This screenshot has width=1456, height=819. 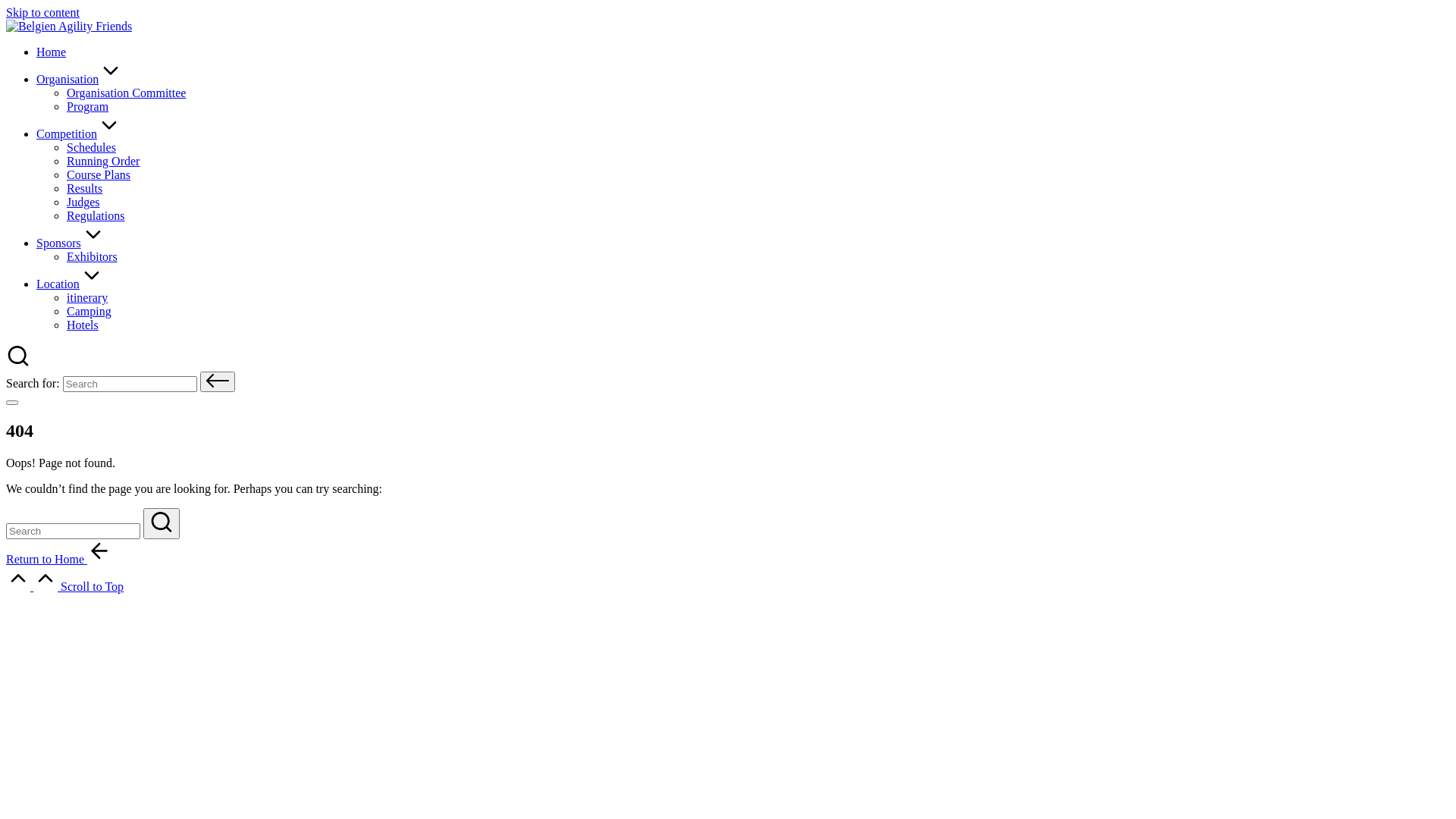 What do you see at coordinates (90, 147) in the screenshot?
I see `'Schedules'` at bounding box center [90, 147].